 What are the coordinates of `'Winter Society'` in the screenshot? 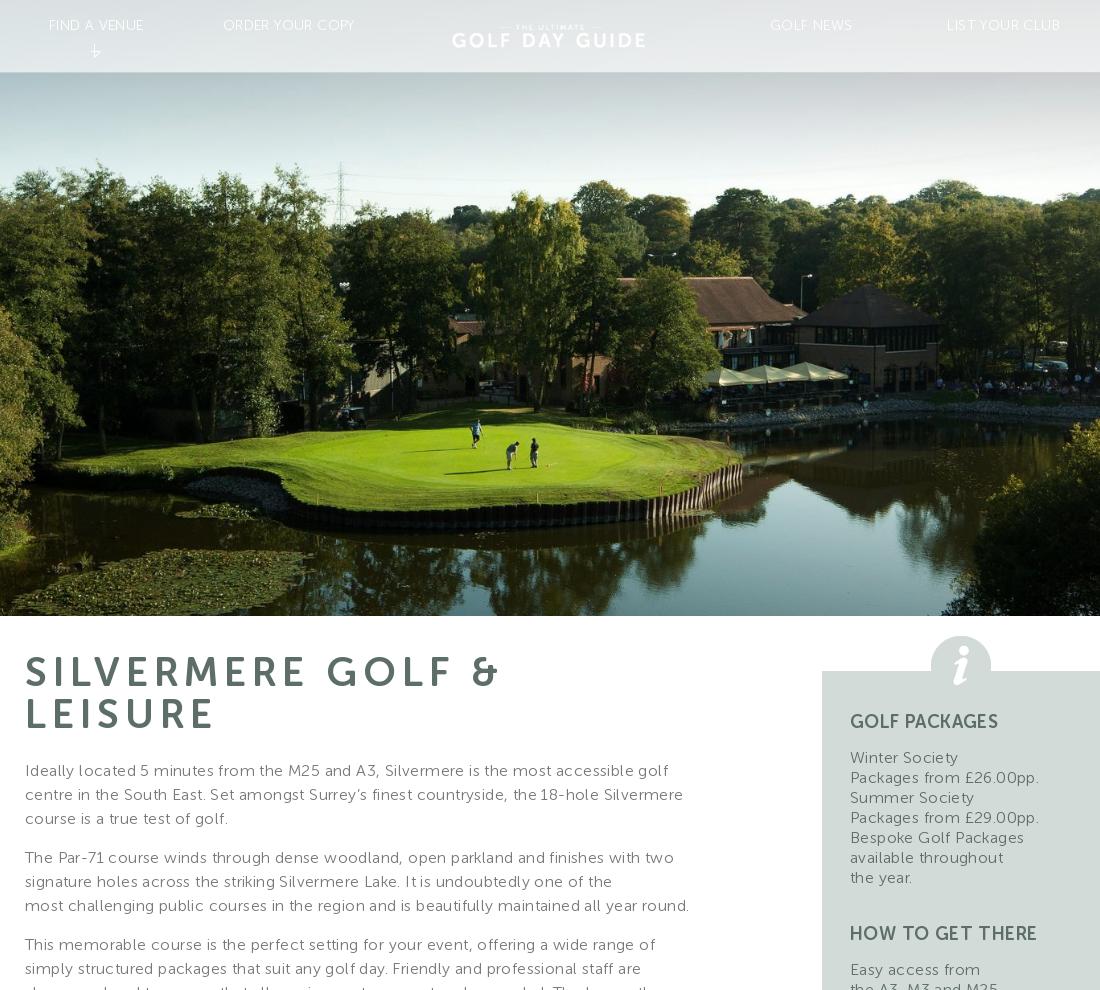 It's located at (903, 757).